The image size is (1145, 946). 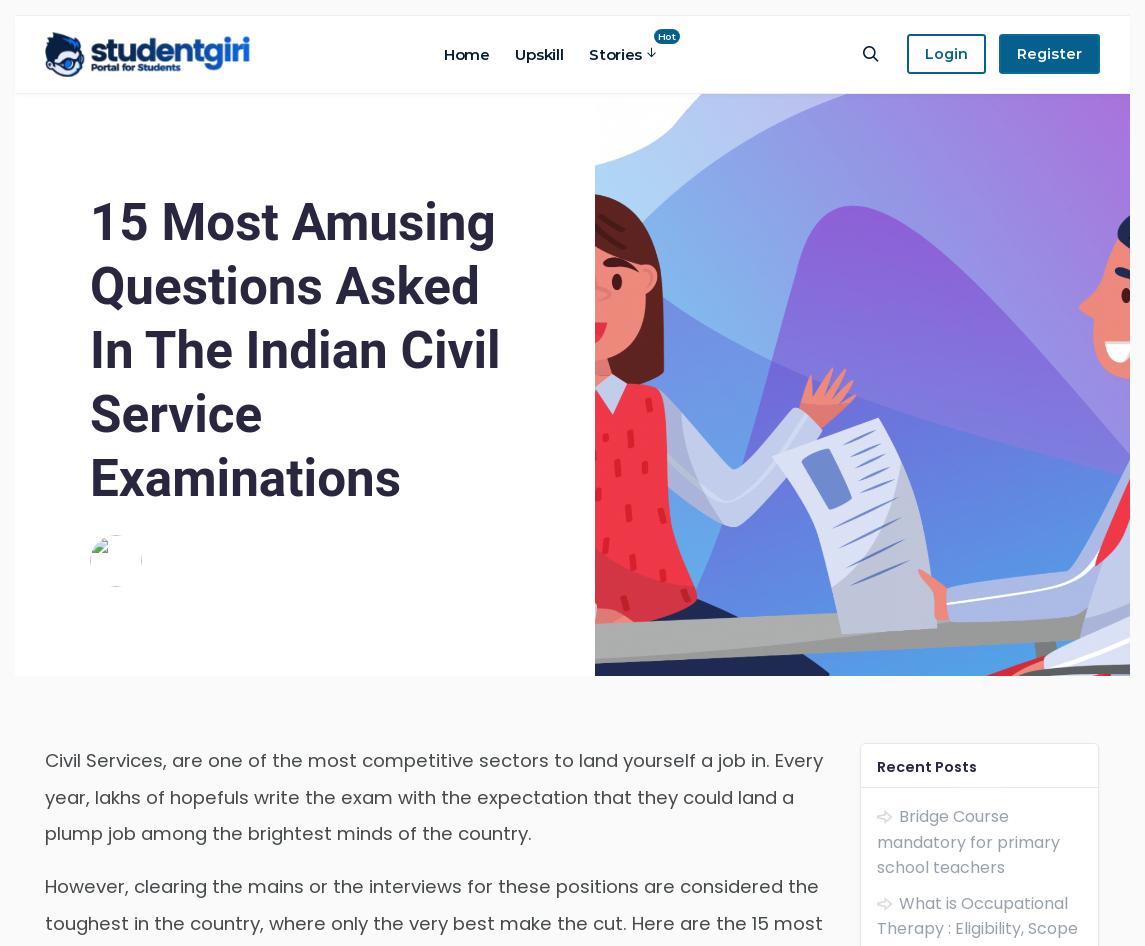 What do you see at coordinates (614, 53) in the screenshot?
I see `'Stories'` at bounding box center [614, 53].